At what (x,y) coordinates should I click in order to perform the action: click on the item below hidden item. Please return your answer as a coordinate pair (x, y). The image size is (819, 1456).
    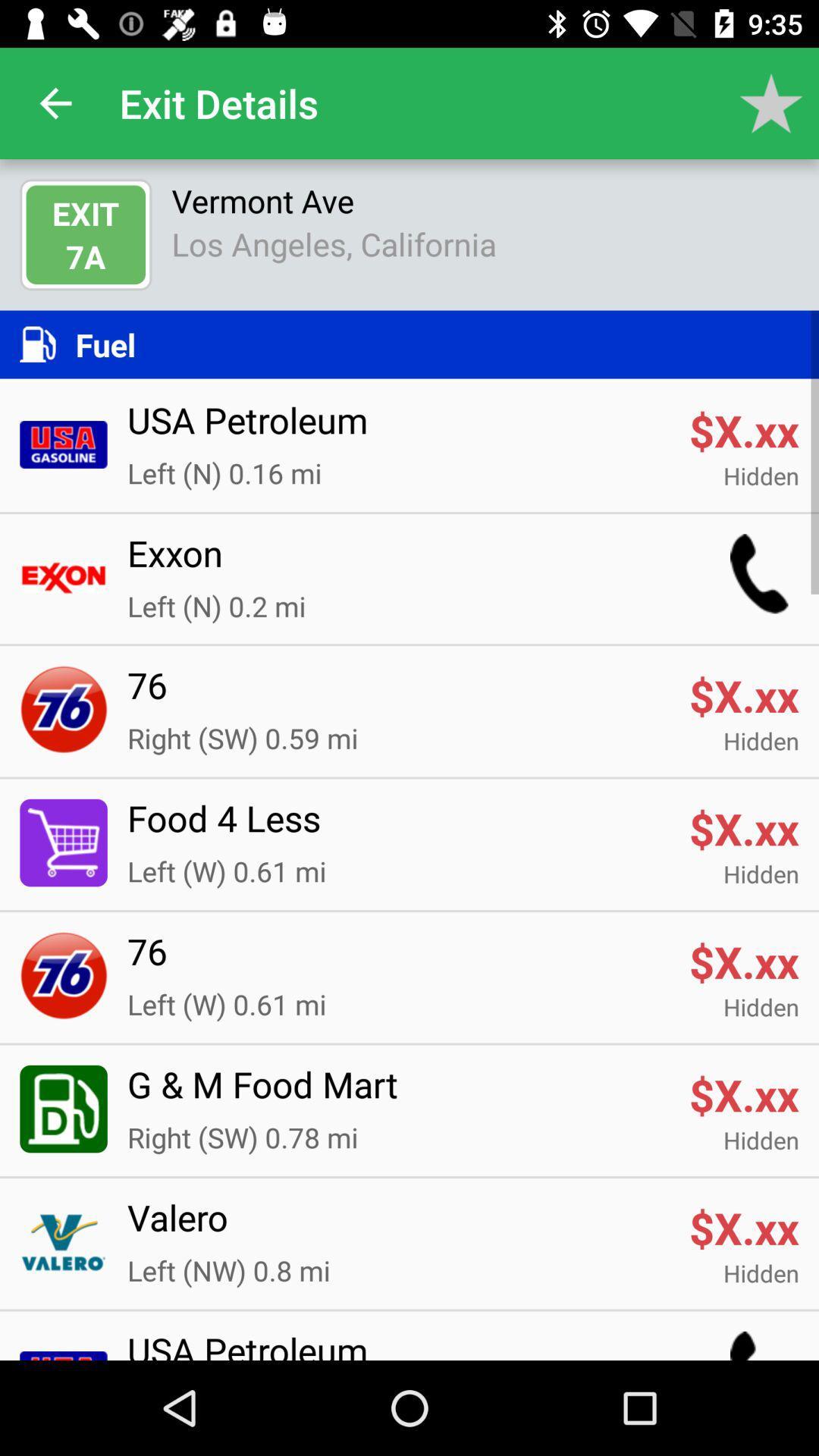
    Looking at the image, I should click on (397, 1227).